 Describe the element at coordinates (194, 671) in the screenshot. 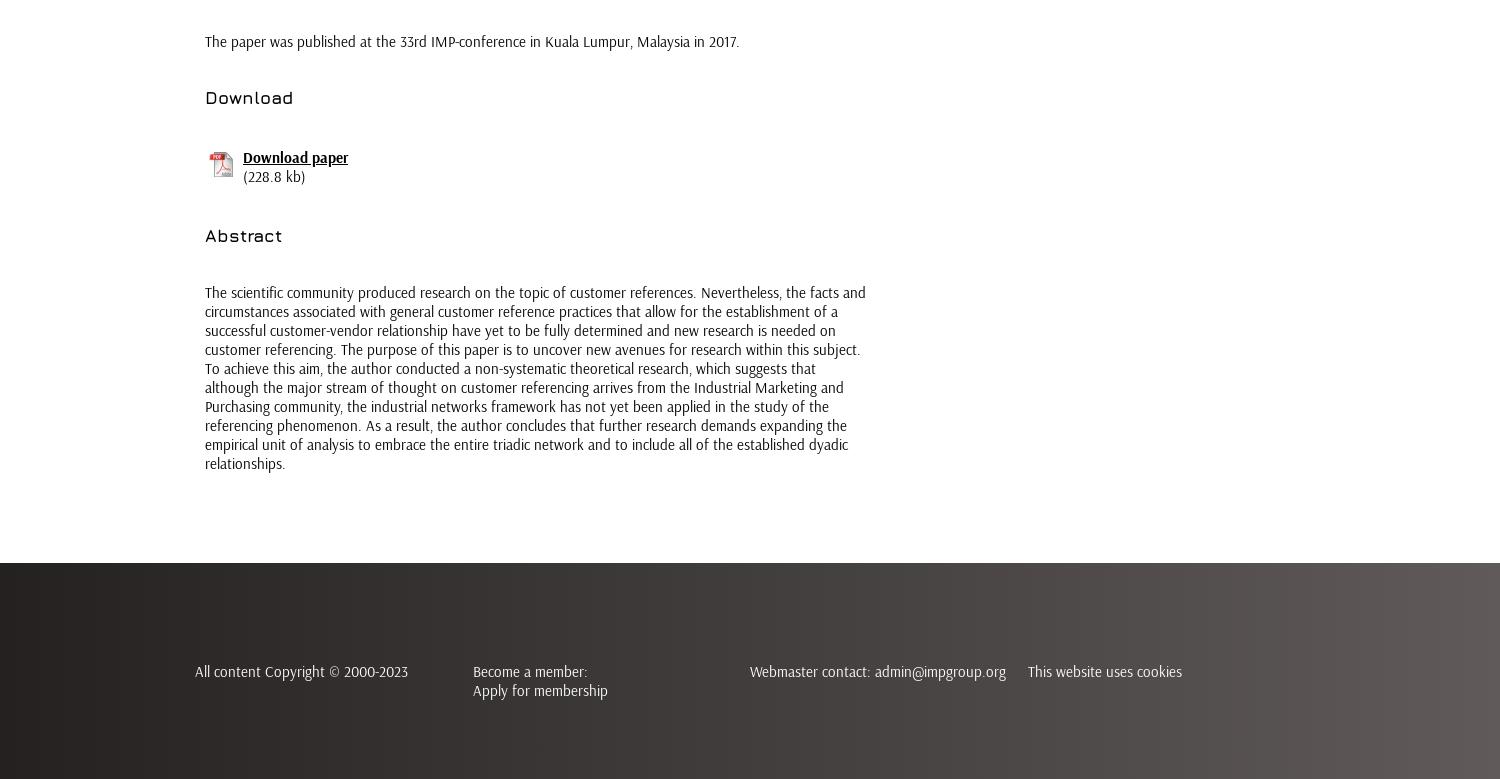

I see `'All content Copyright © 2000-2023'` at that location.